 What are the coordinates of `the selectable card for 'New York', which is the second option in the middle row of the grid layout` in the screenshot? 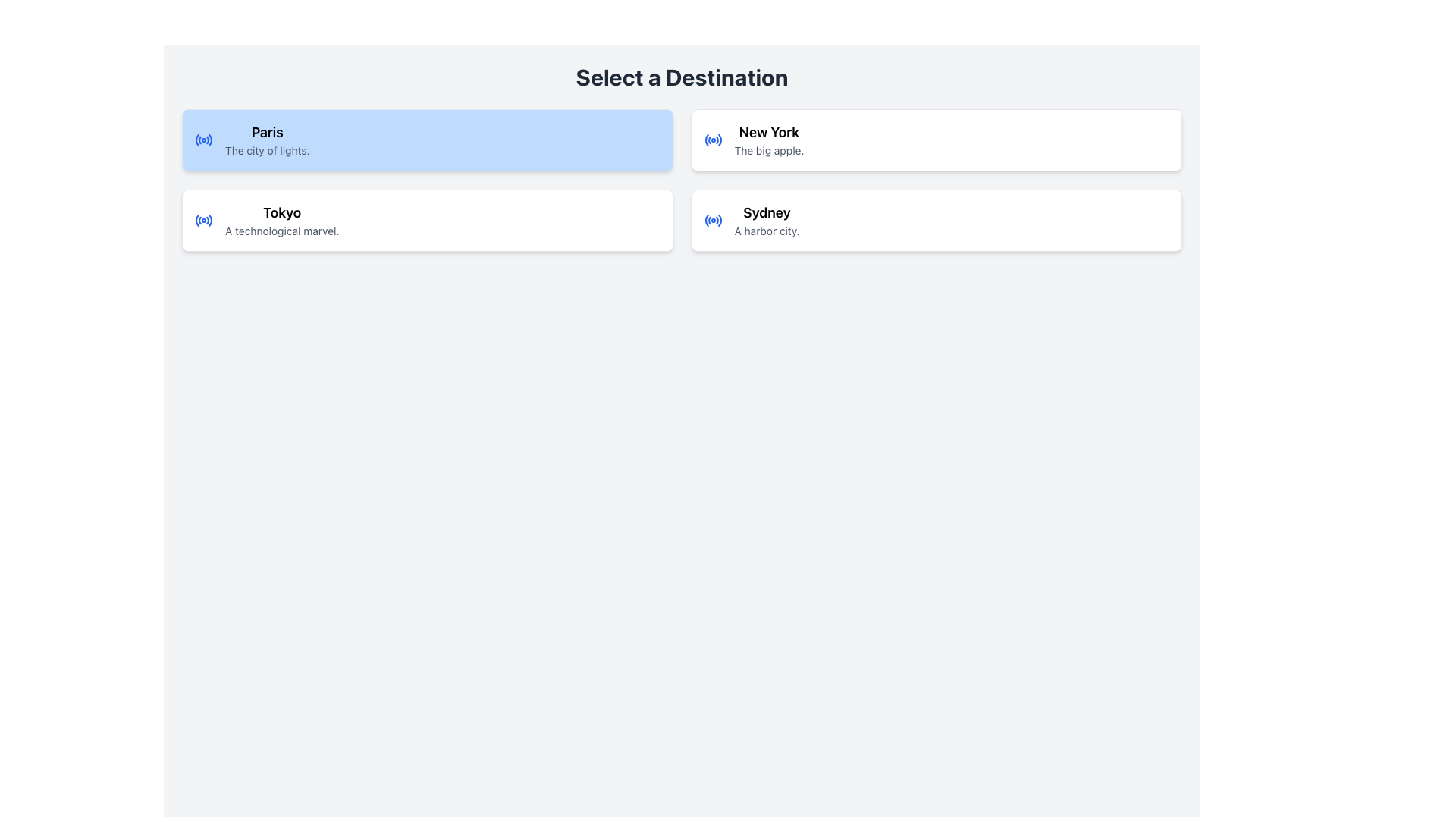 It's located at (936, 140).